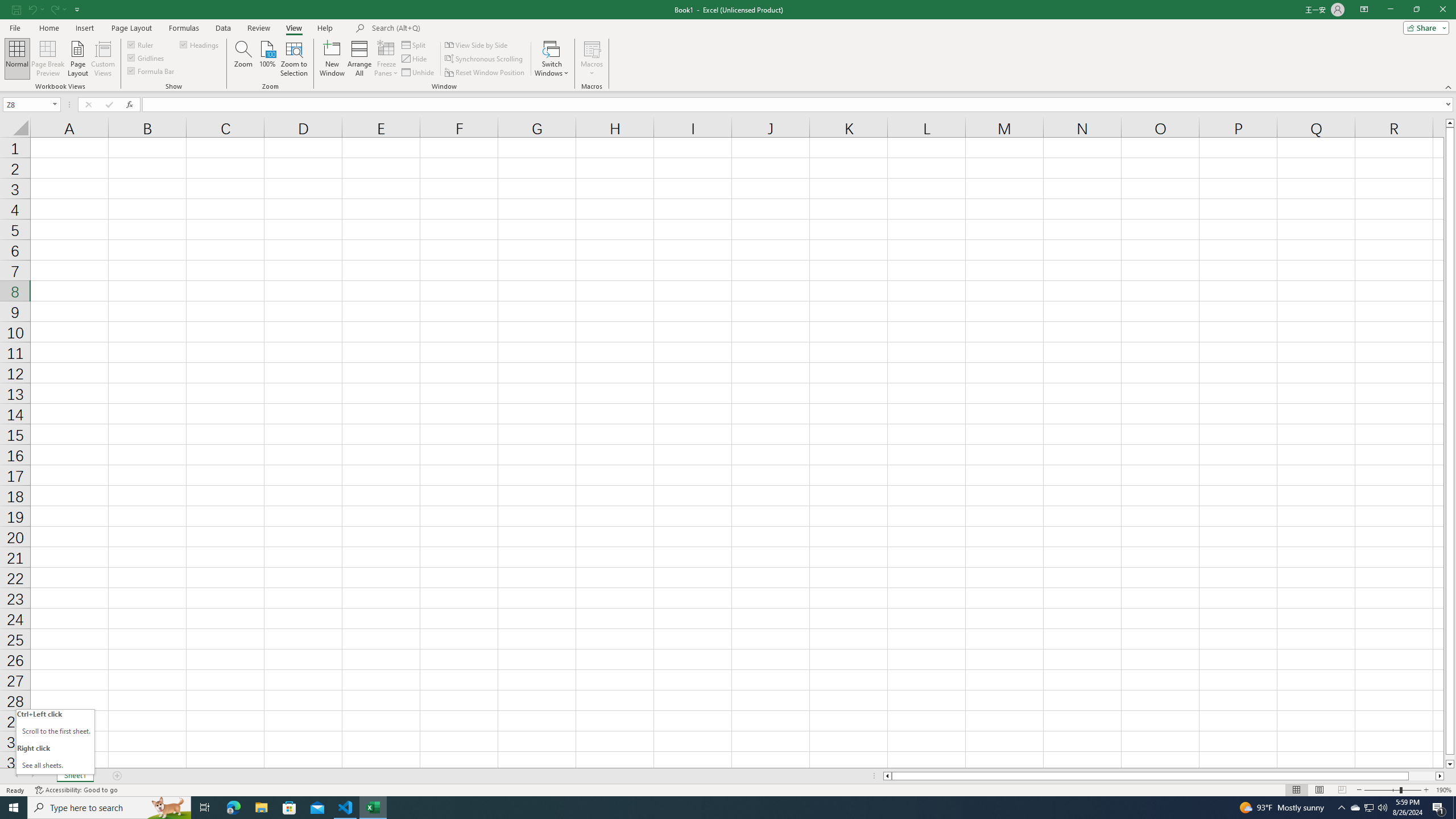  I want to click on 'Hide', so click(415, 59).